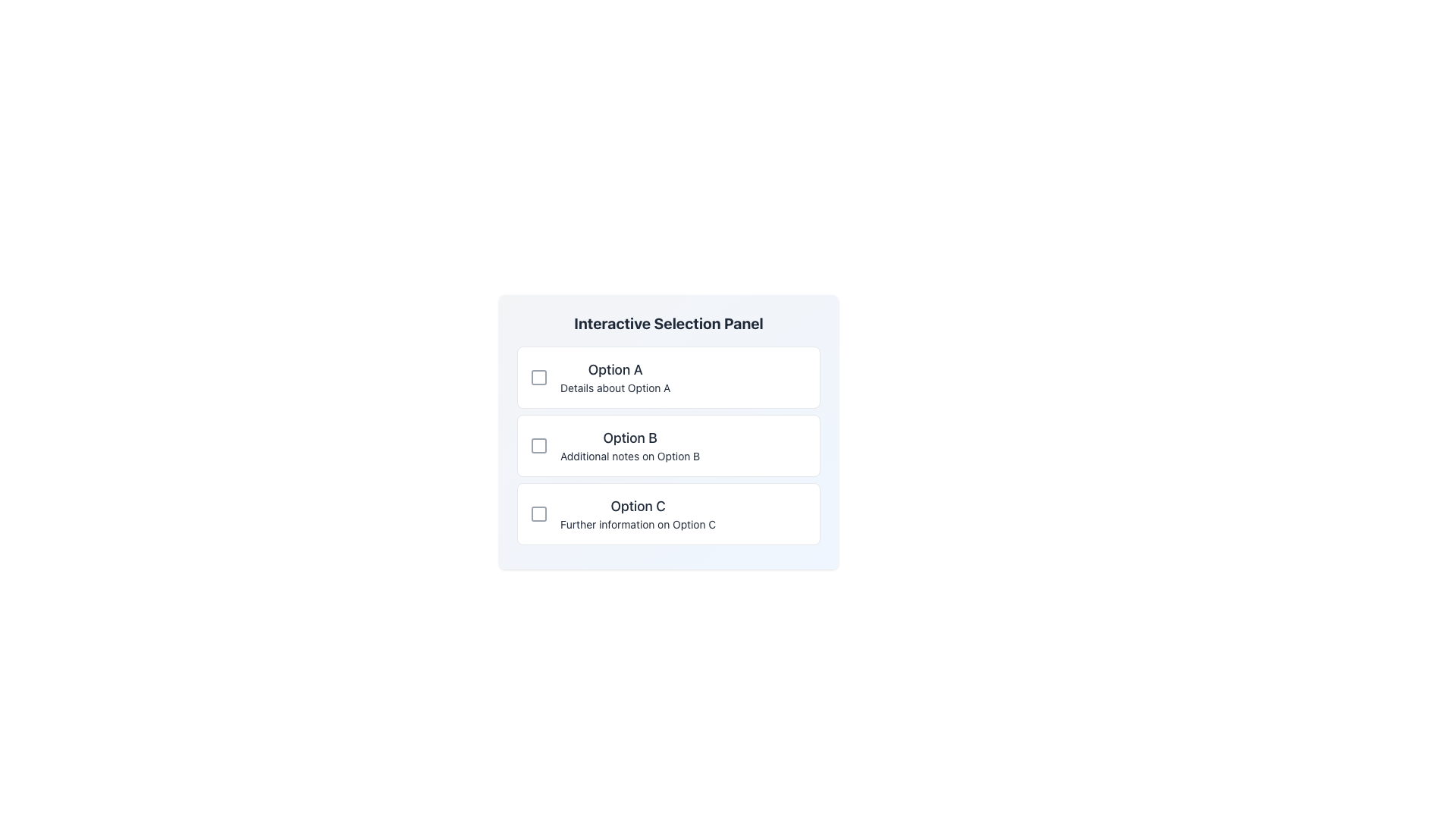 Image resolution: width=1456 pixels, height=819 pixels. Describe the element at coordinates (638, 523) in the screenshot. I see `the text label displaying 'Further information on Option C', which is positioned beneath the larger text 'Option C' in the third option block of the interactive selection panel` at that location.